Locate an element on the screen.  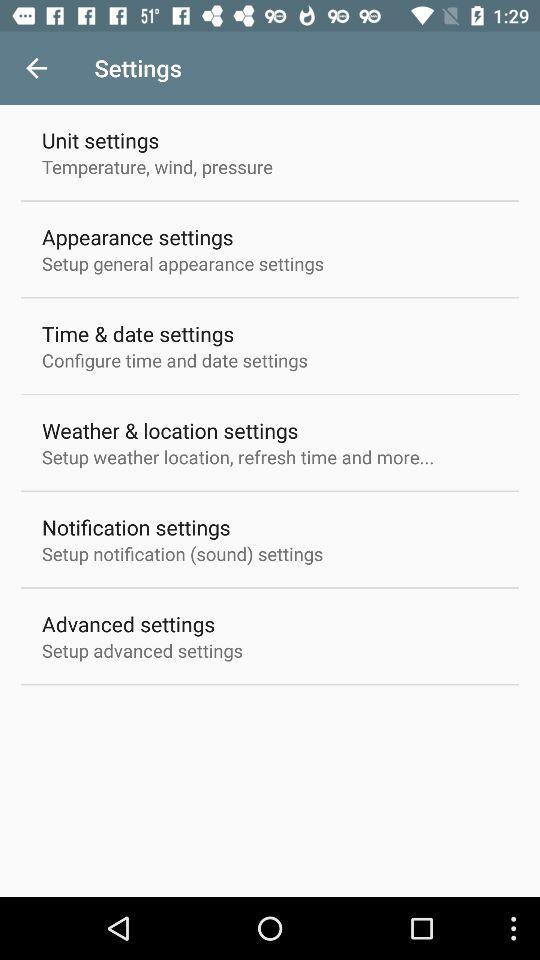
unit settings item is located at coordinates (99, 139).